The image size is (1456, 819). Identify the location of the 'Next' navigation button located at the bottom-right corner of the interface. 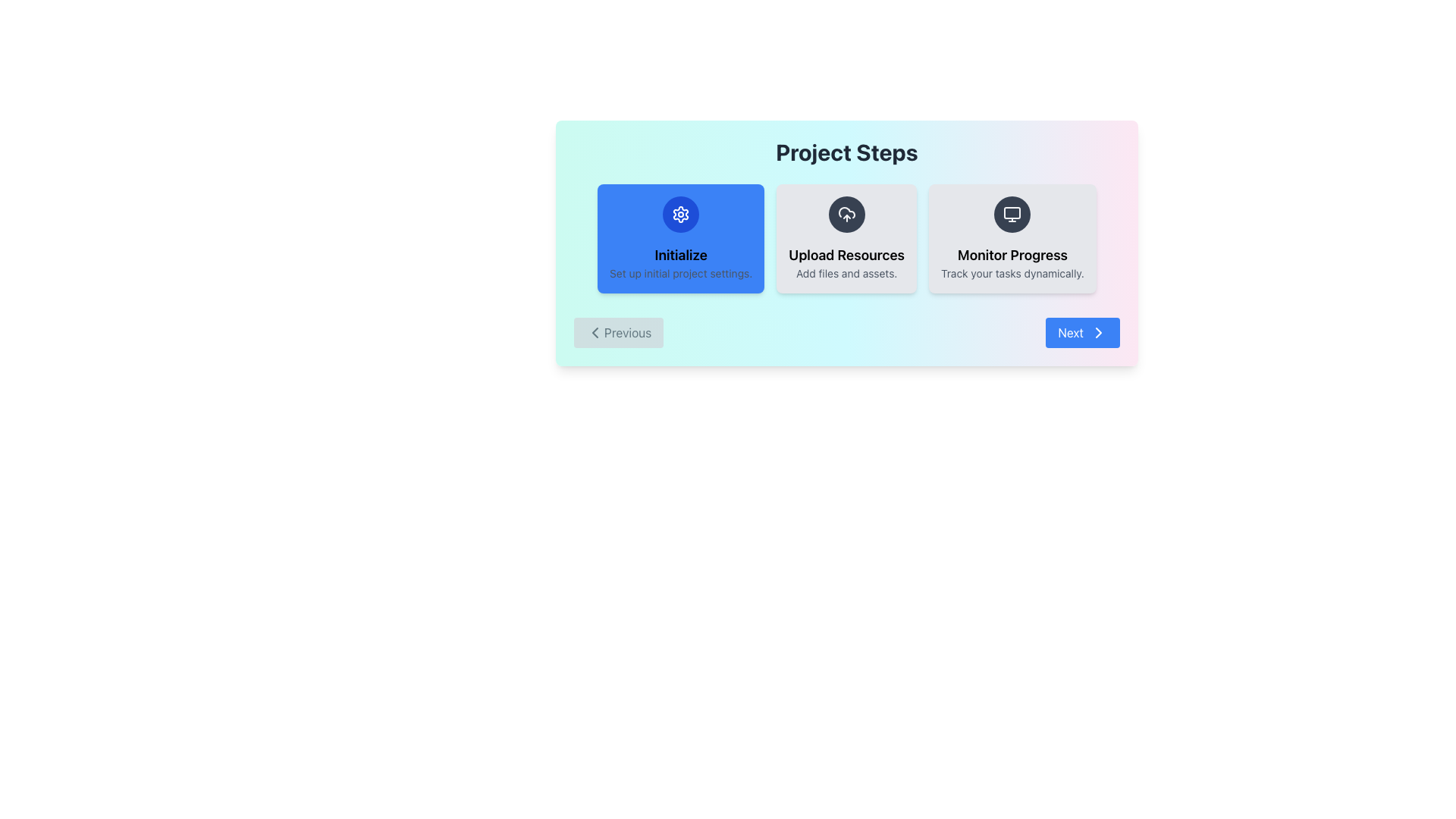
(1082, 332).